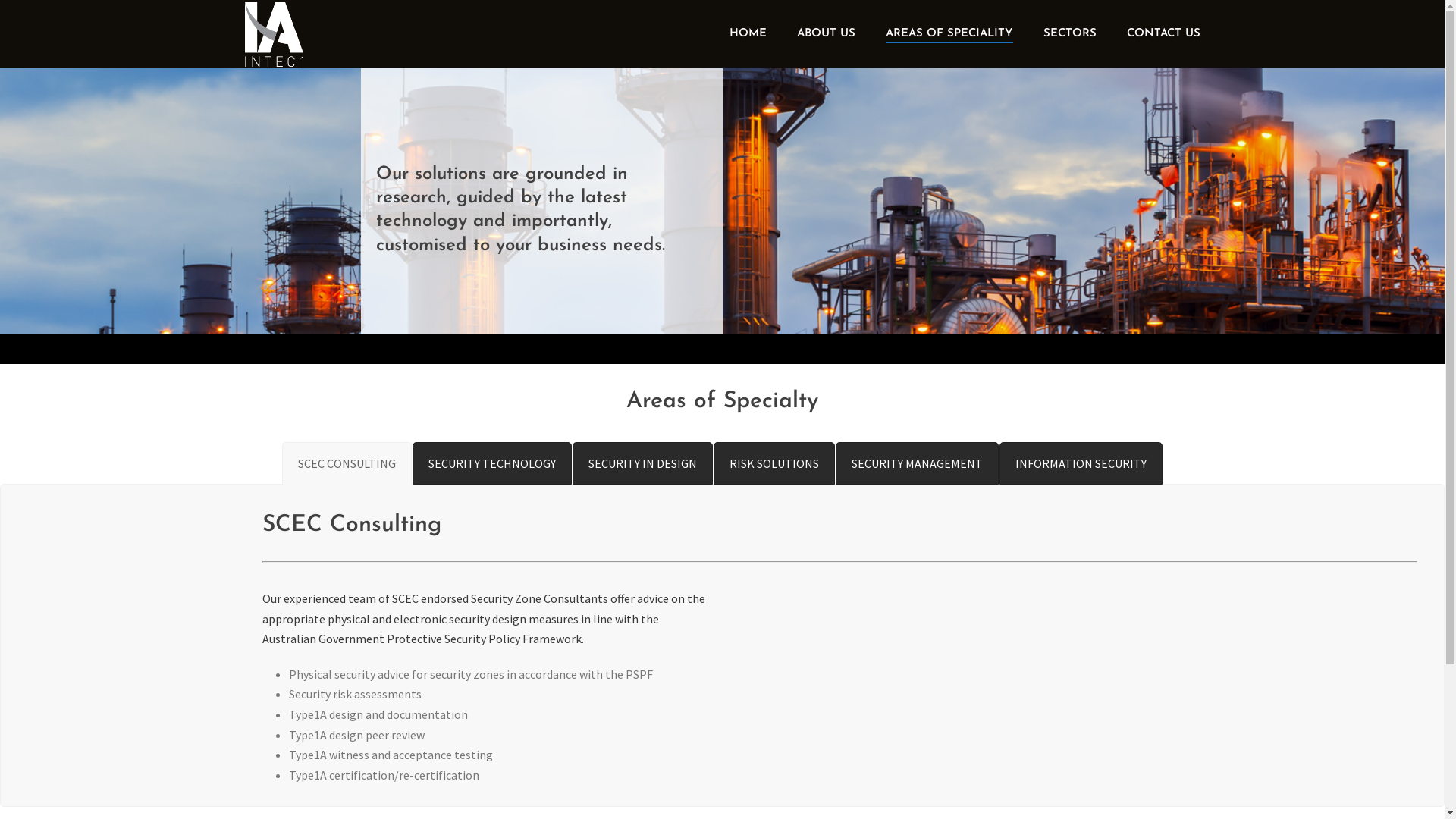  I want to click on 'SECTORS', so click(1069, 34).